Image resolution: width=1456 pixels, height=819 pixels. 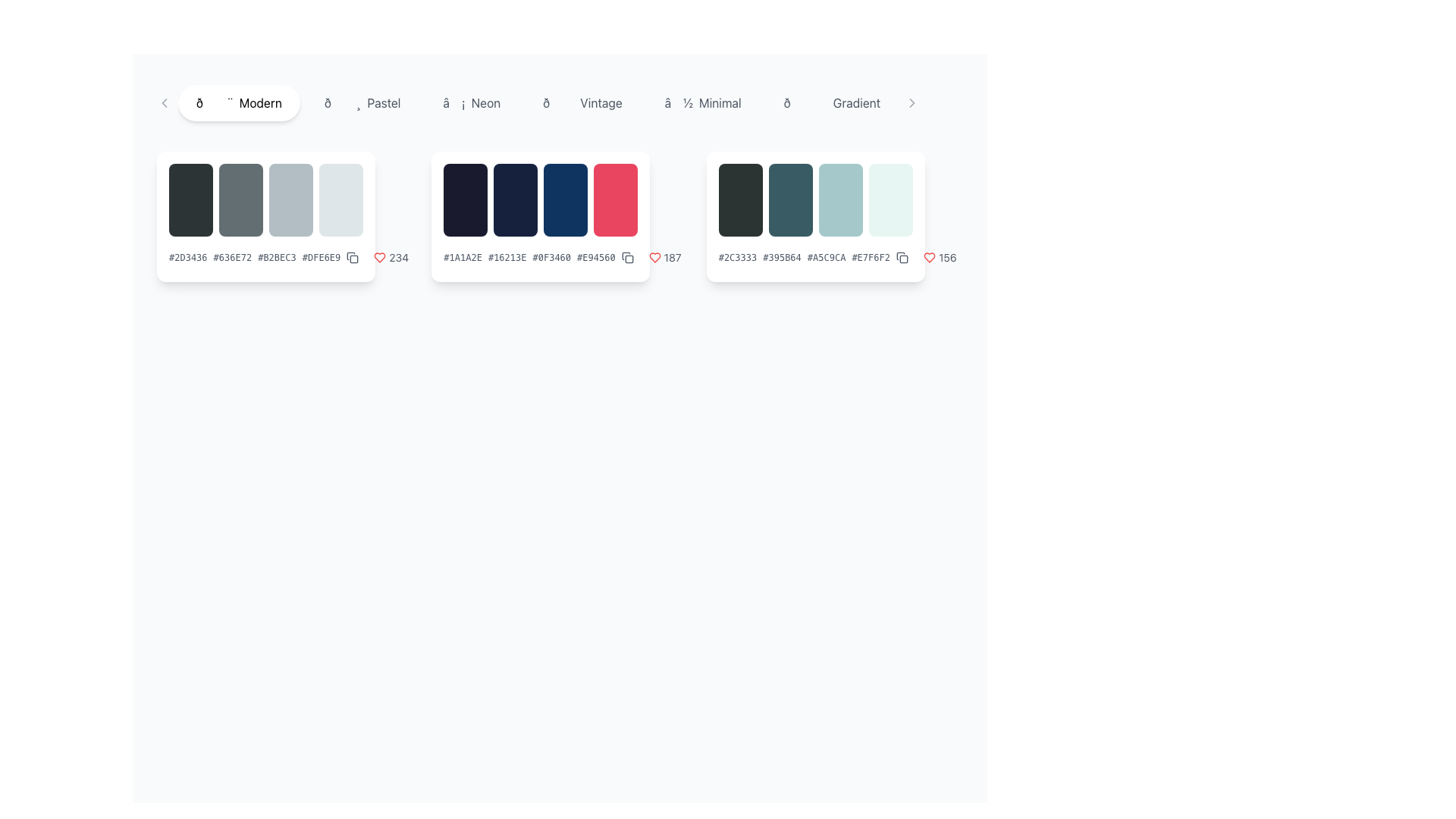 I want to click on displayed number '234' from the text label located in the second card, adjacent to a red heart icon, so click(x=399, y=256).